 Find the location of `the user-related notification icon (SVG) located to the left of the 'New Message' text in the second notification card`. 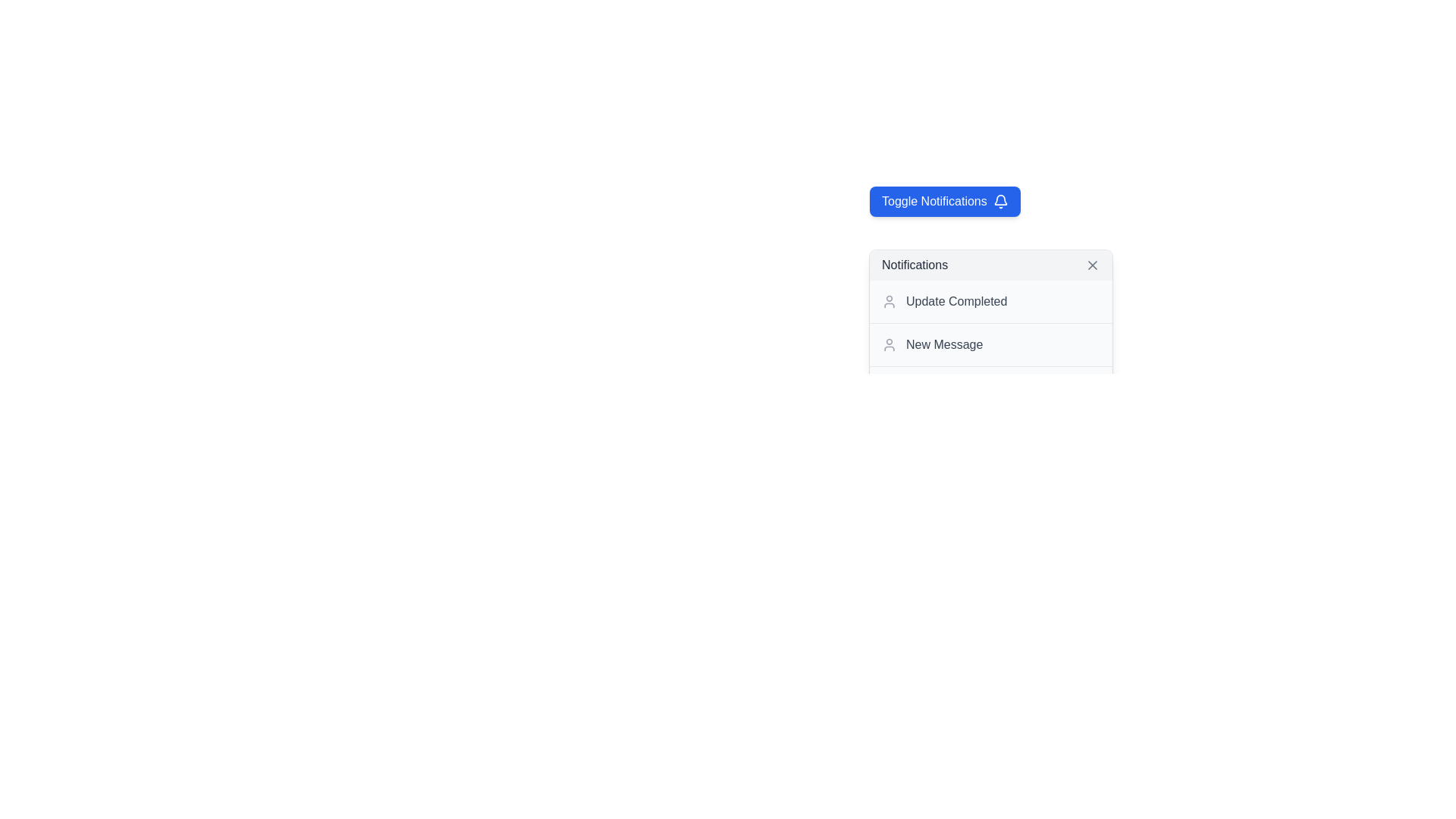

the user-related notification icon (SVG) located to the left of the 'New Message' text in the second notification card is located at coordinates (889, 345).